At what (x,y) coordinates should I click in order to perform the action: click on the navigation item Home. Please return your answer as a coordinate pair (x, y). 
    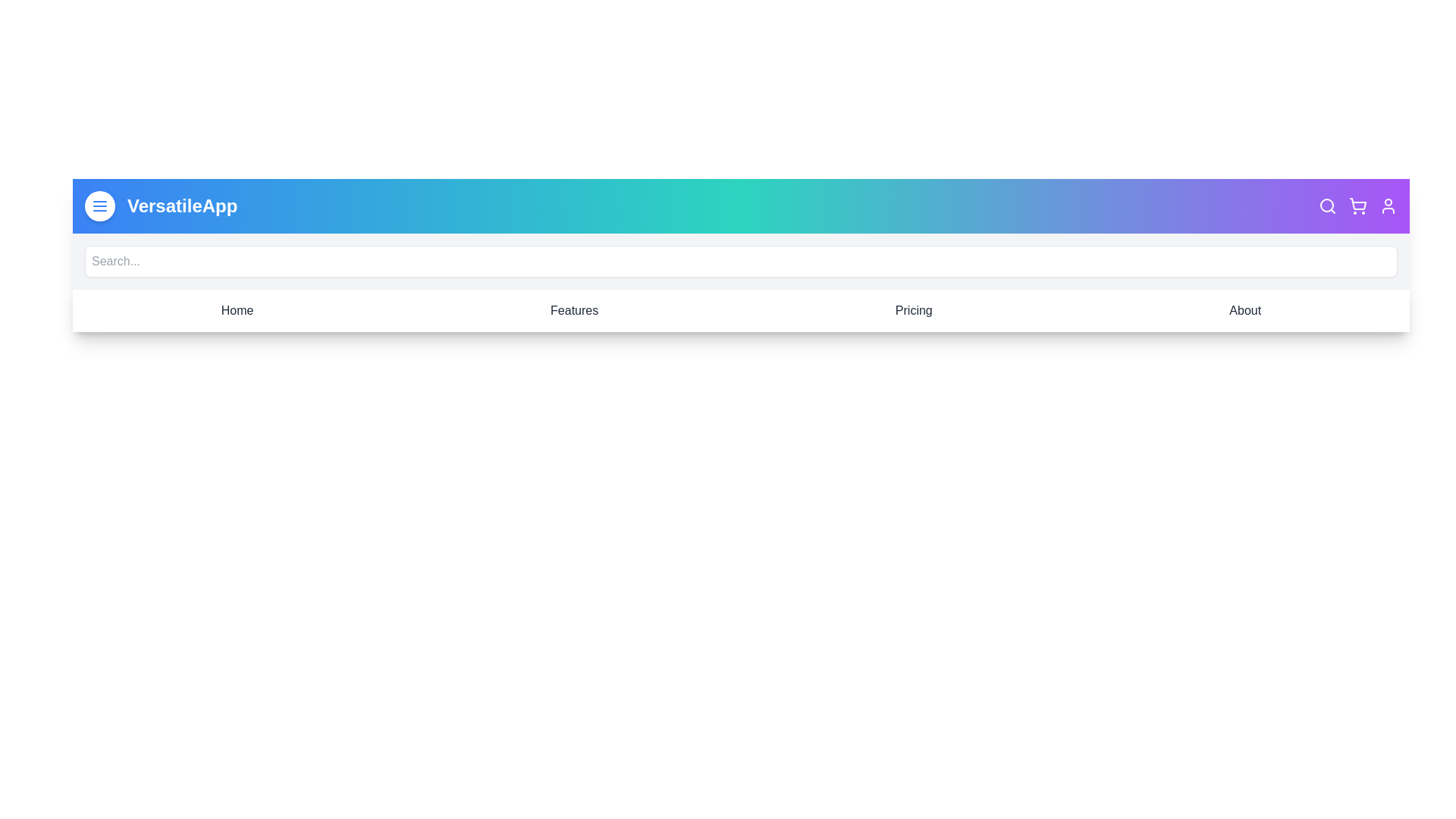
    Looking at the image, I should click on (236, 309).